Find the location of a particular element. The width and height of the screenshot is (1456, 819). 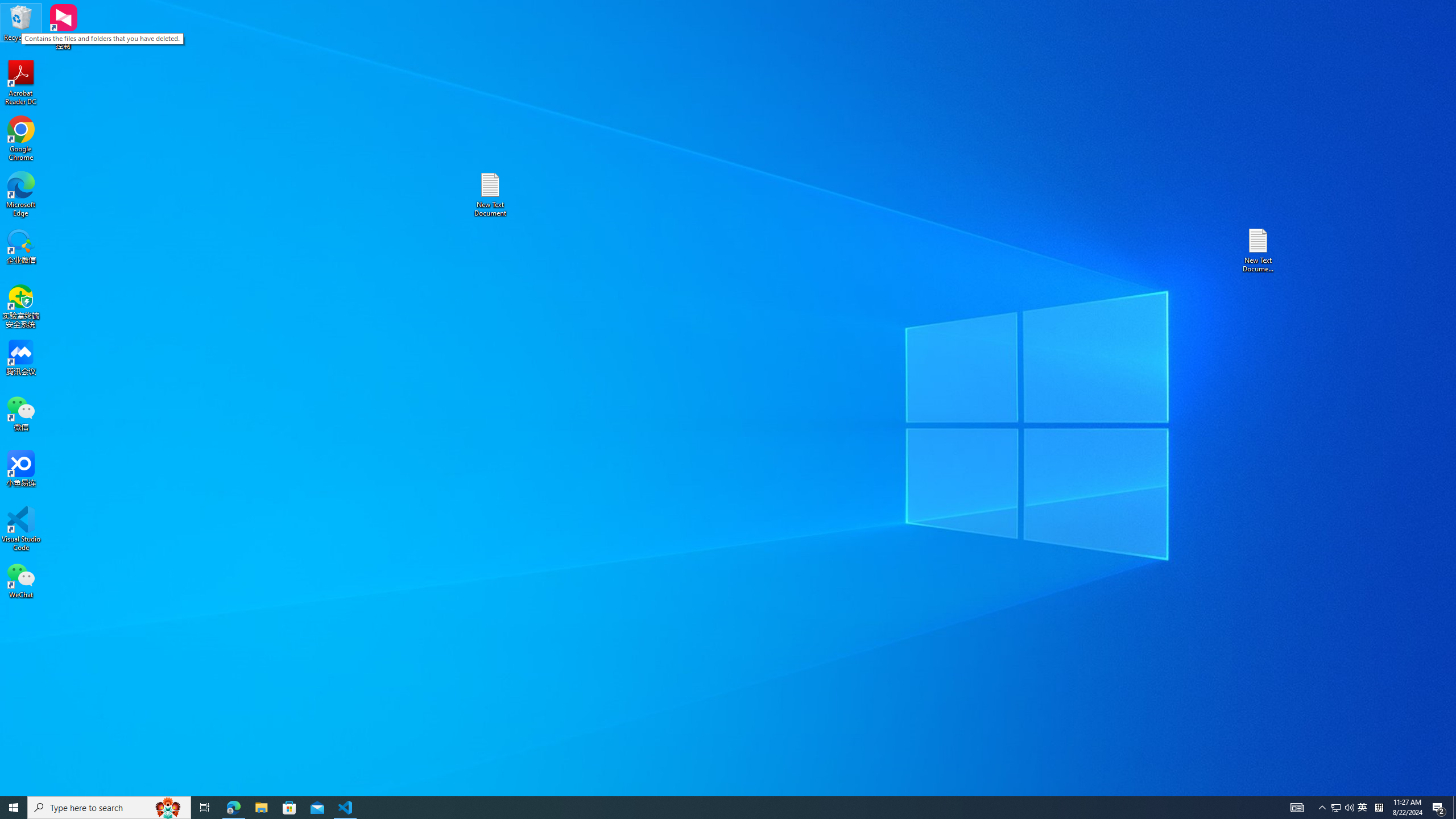

'Show desktop' is located at coordinates (1454, 806).